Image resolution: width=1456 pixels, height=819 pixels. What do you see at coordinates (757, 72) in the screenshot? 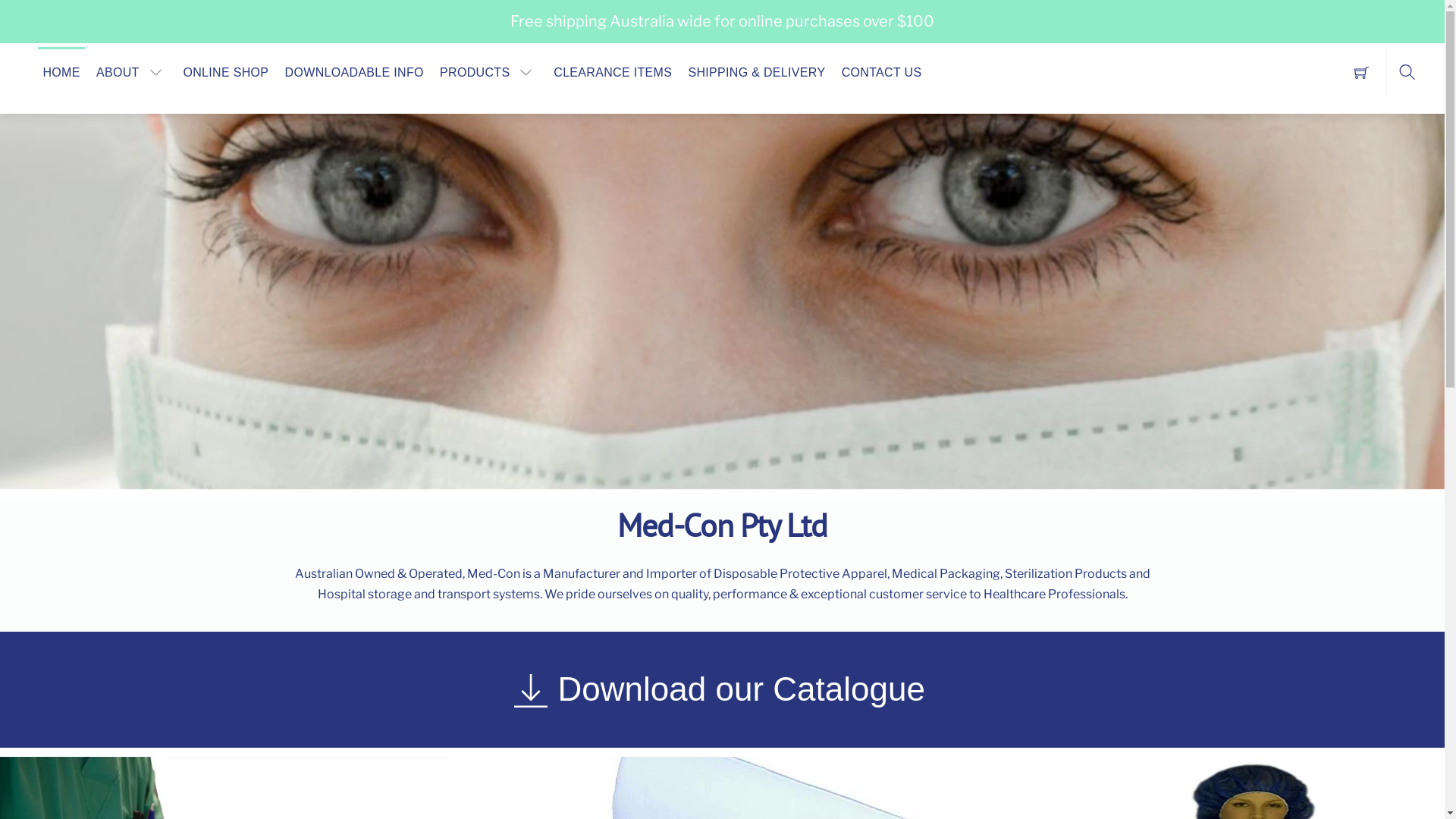
I see `'SHIPPING & DELIVERY'` at bounding box center [757, 72].